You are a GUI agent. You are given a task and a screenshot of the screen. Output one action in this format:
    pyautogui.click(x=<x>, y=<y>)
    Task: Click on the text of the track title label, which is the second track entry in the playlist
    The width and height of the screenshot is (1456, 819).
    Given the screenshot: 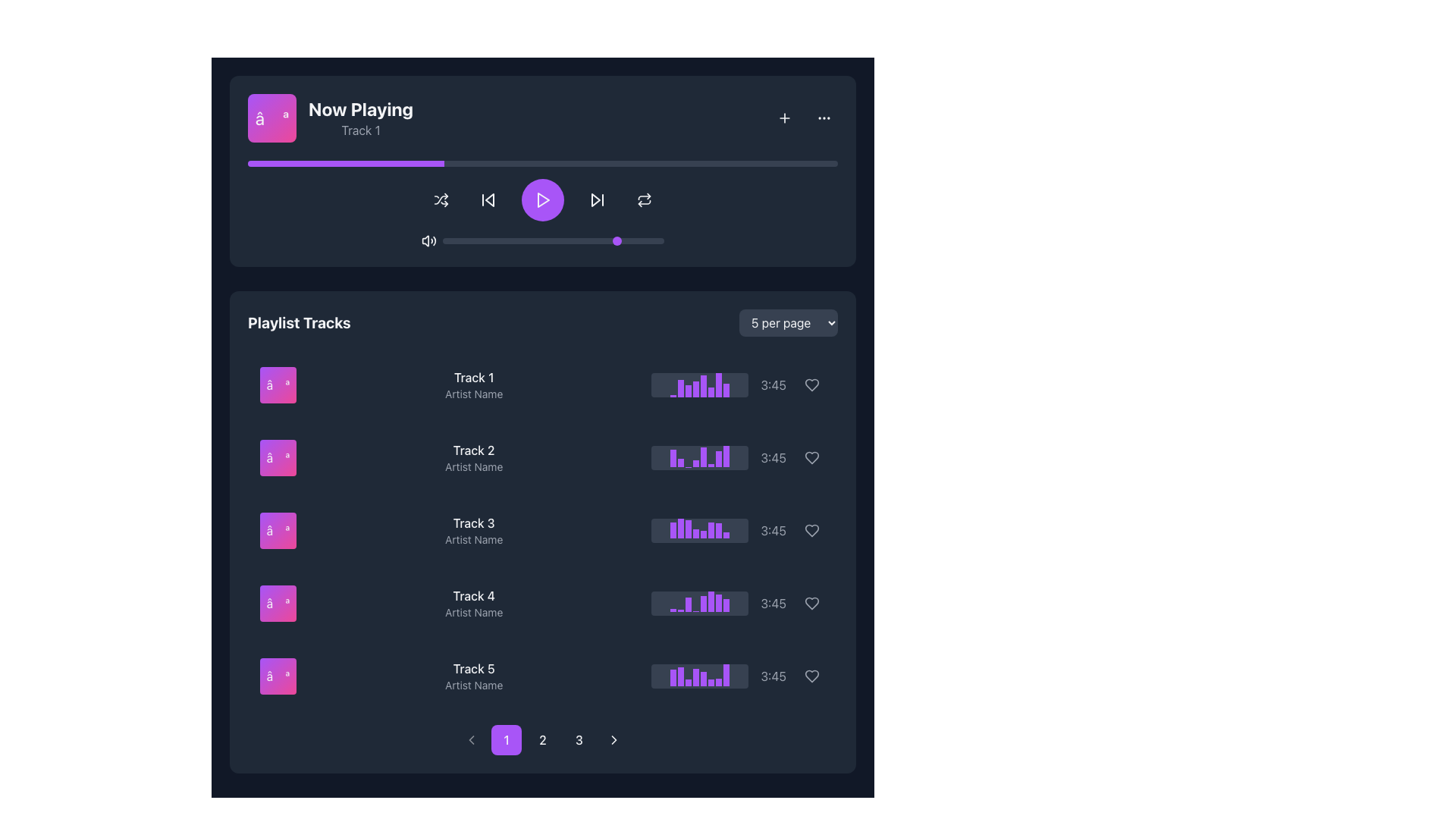 What is the action you would take?
    pyautogui.click(x=473, y=450)
    